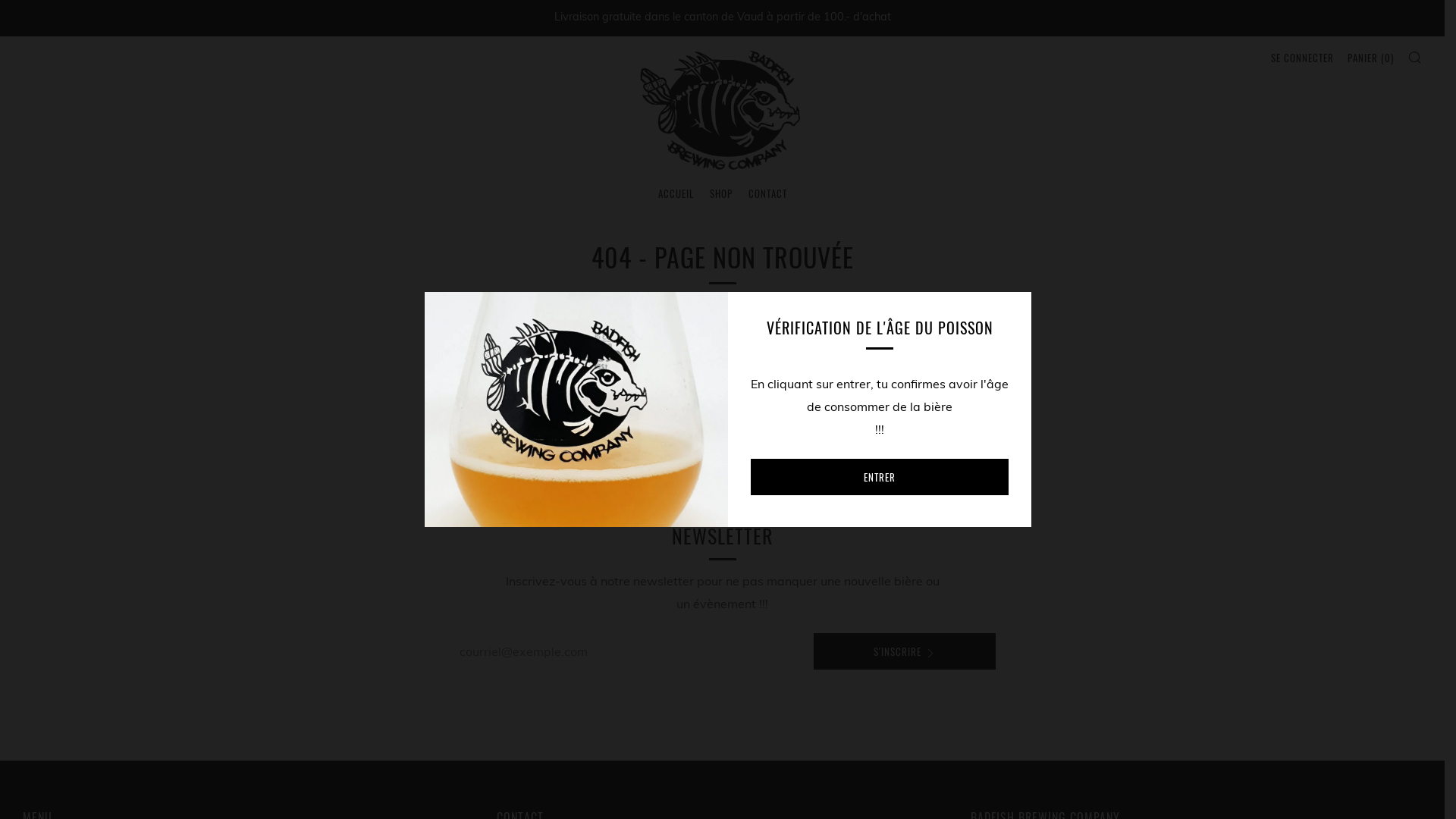  What do you see at coordinates (1370, 57) in the screenshot?
I see `'PANIER (0)'` at bounding box center [1370, 57].